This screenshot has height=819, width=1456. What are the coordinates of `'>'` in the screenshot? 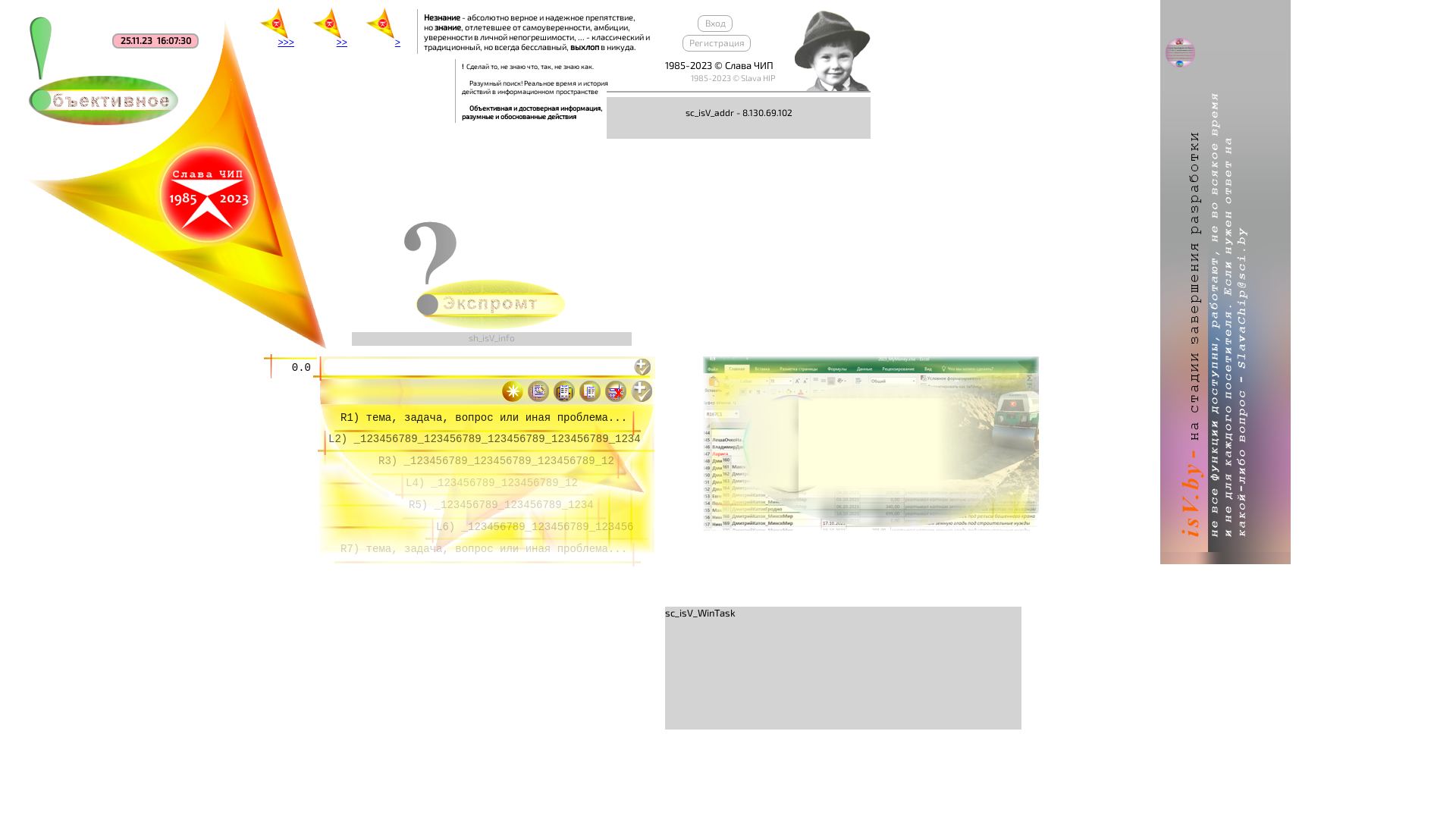 It's located at (397, 58).